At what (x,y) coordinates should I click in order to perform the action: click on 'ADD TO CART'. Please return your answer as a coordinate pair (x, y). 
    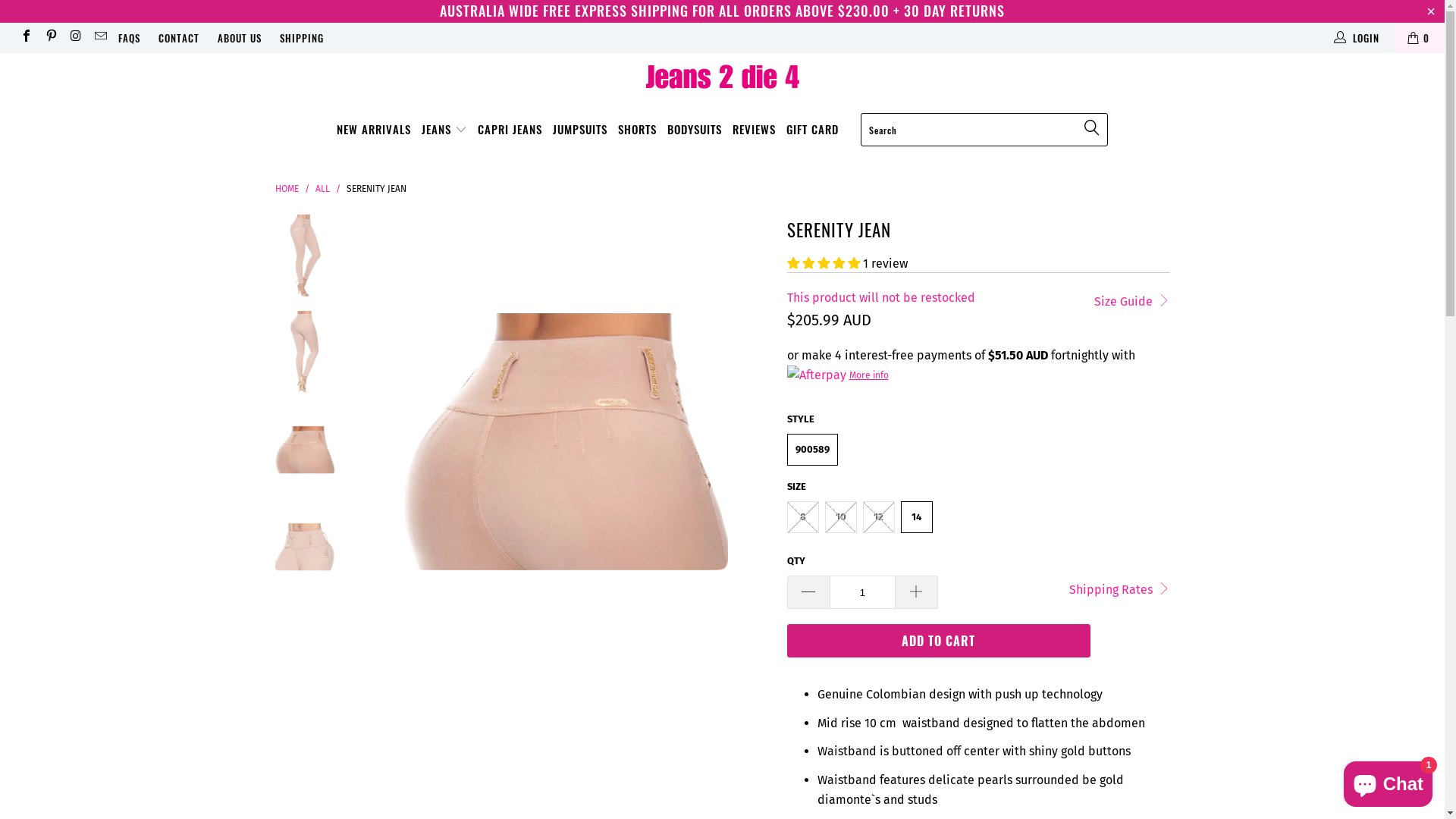
    Looking at the image, I should click on (938, 640).